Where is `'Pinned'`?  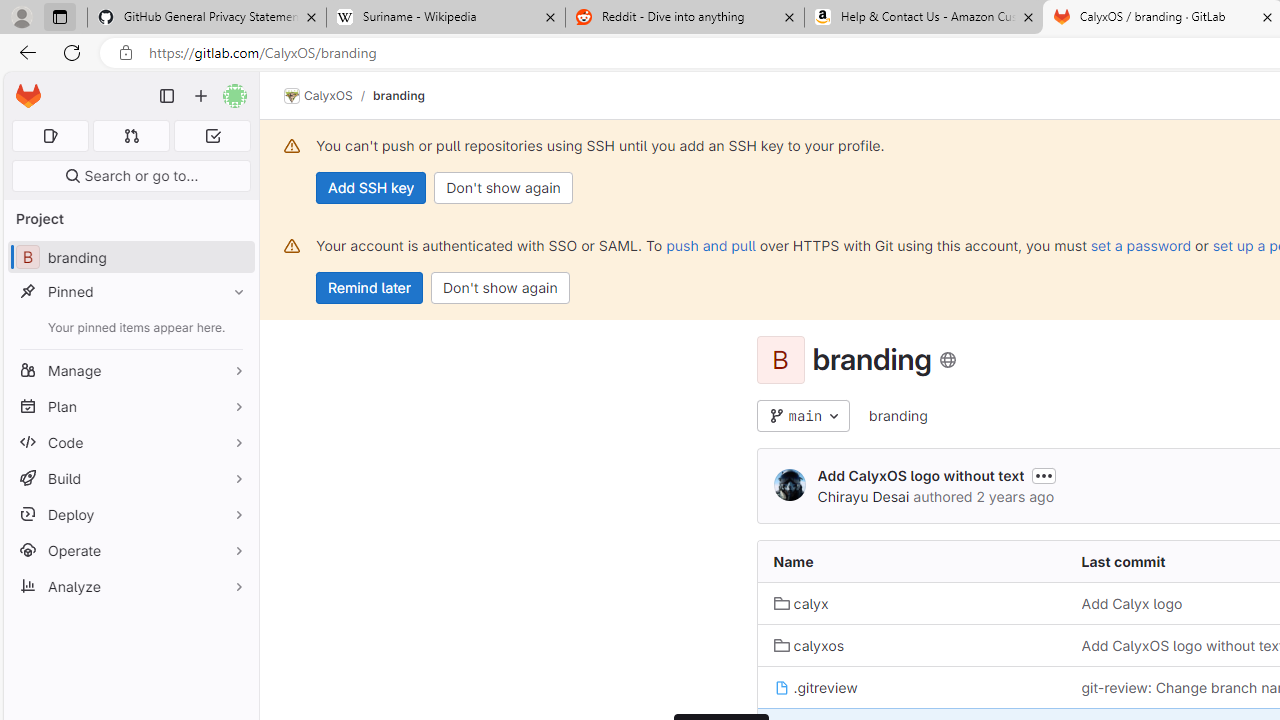 'Pinned' is located at coordinates (130, 291).